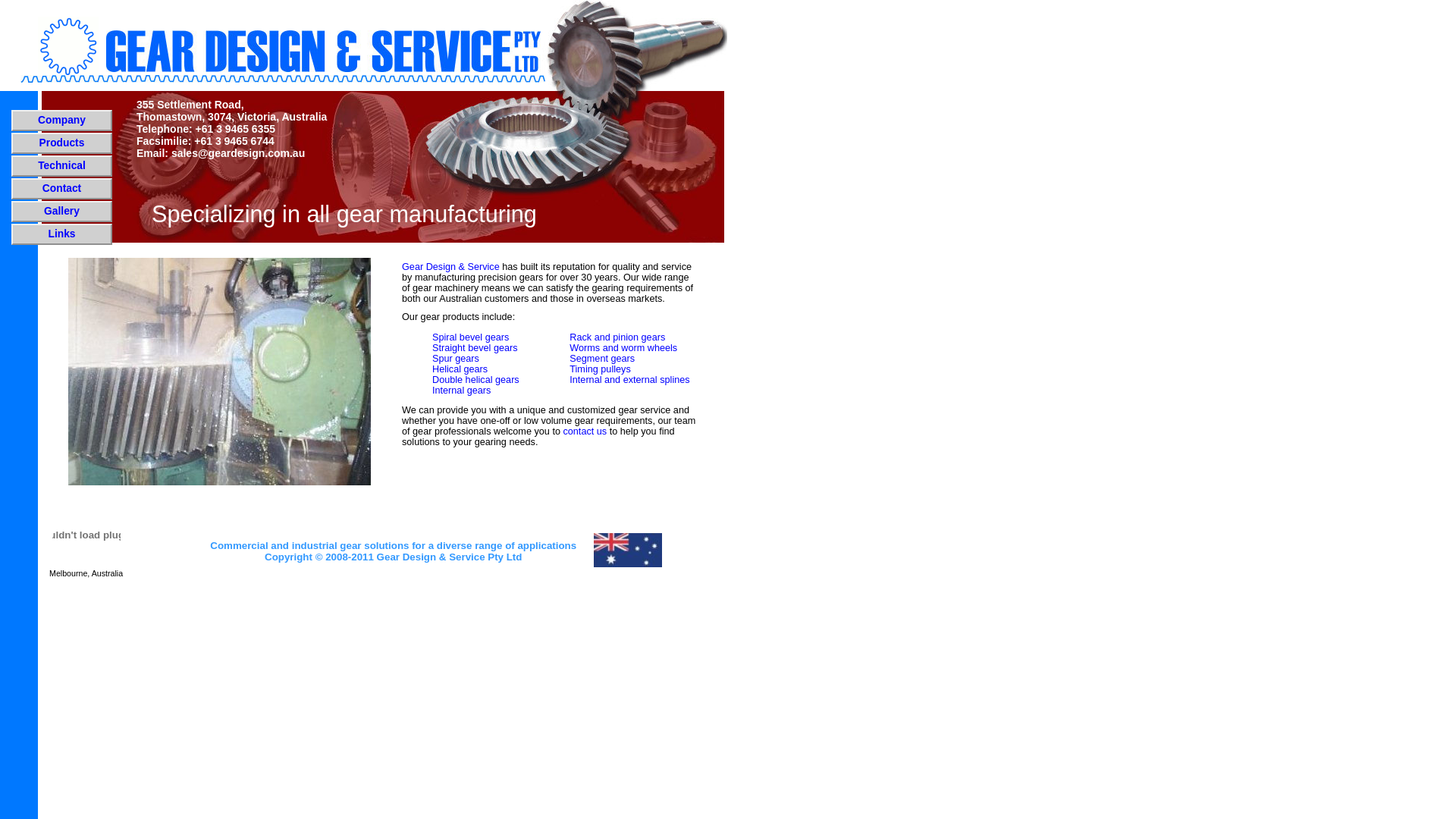 This screenshot has height=819, width=1456. What do you see at coordinates (617, 336) in the screenshot?
I see `'Rack and pinion gears'` at bounding box center [617, 336].